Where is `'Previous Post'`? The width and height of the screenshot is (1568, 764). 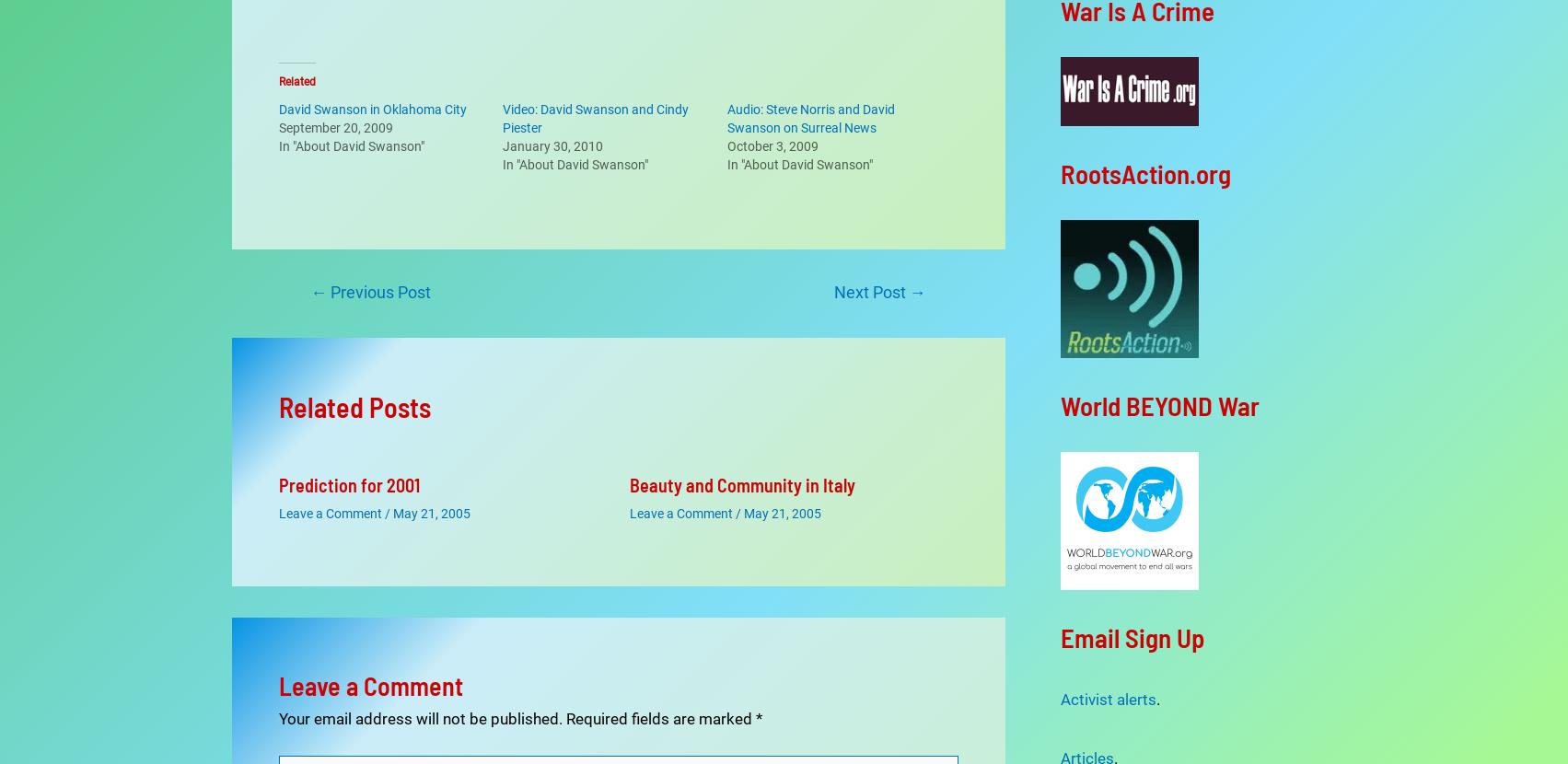
'Previous Post' is located at coordinates (378, 241).